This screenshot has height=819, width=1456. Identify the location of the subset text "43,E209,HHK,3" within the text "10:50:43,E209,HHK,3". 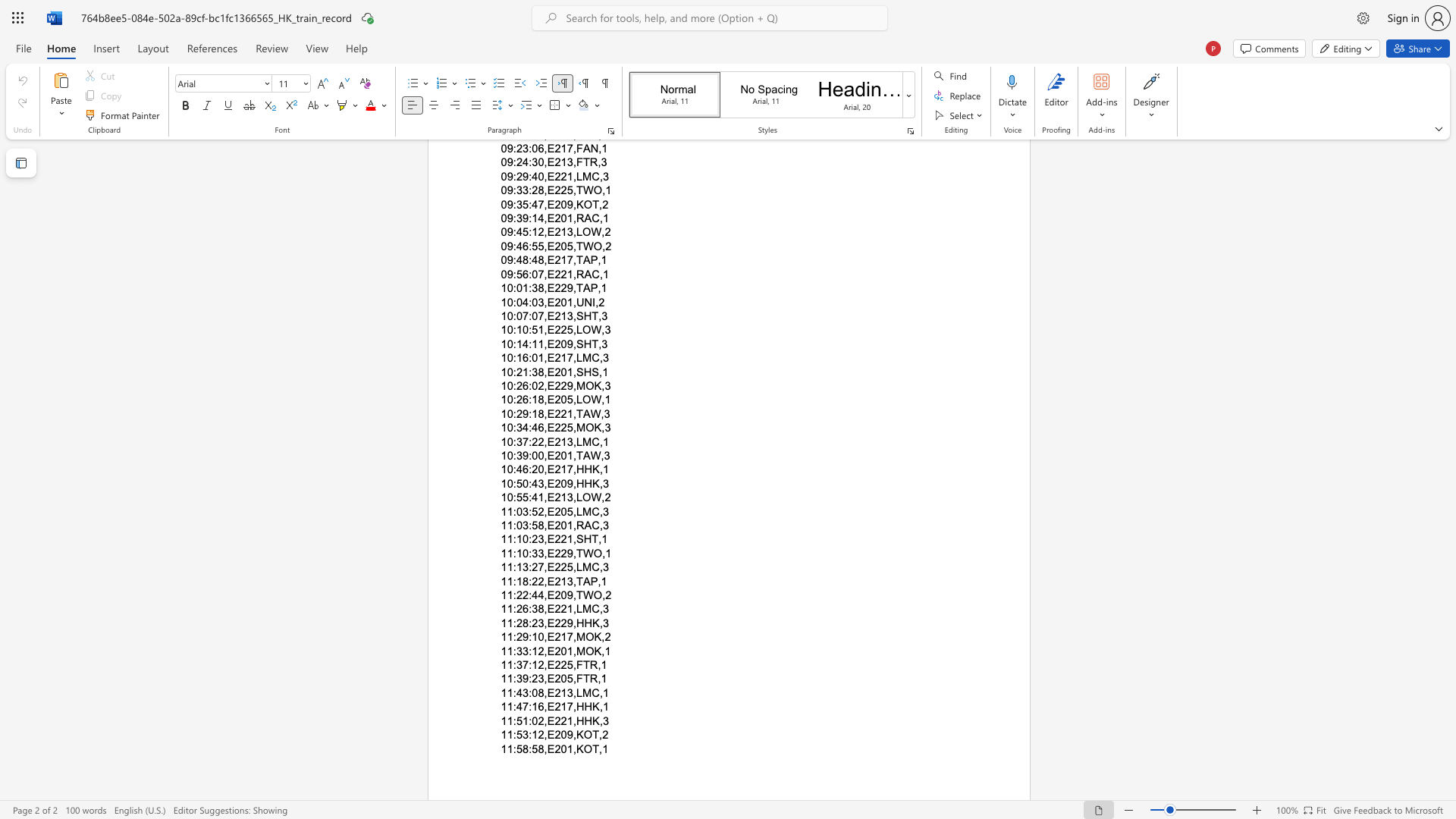
(532, 483).